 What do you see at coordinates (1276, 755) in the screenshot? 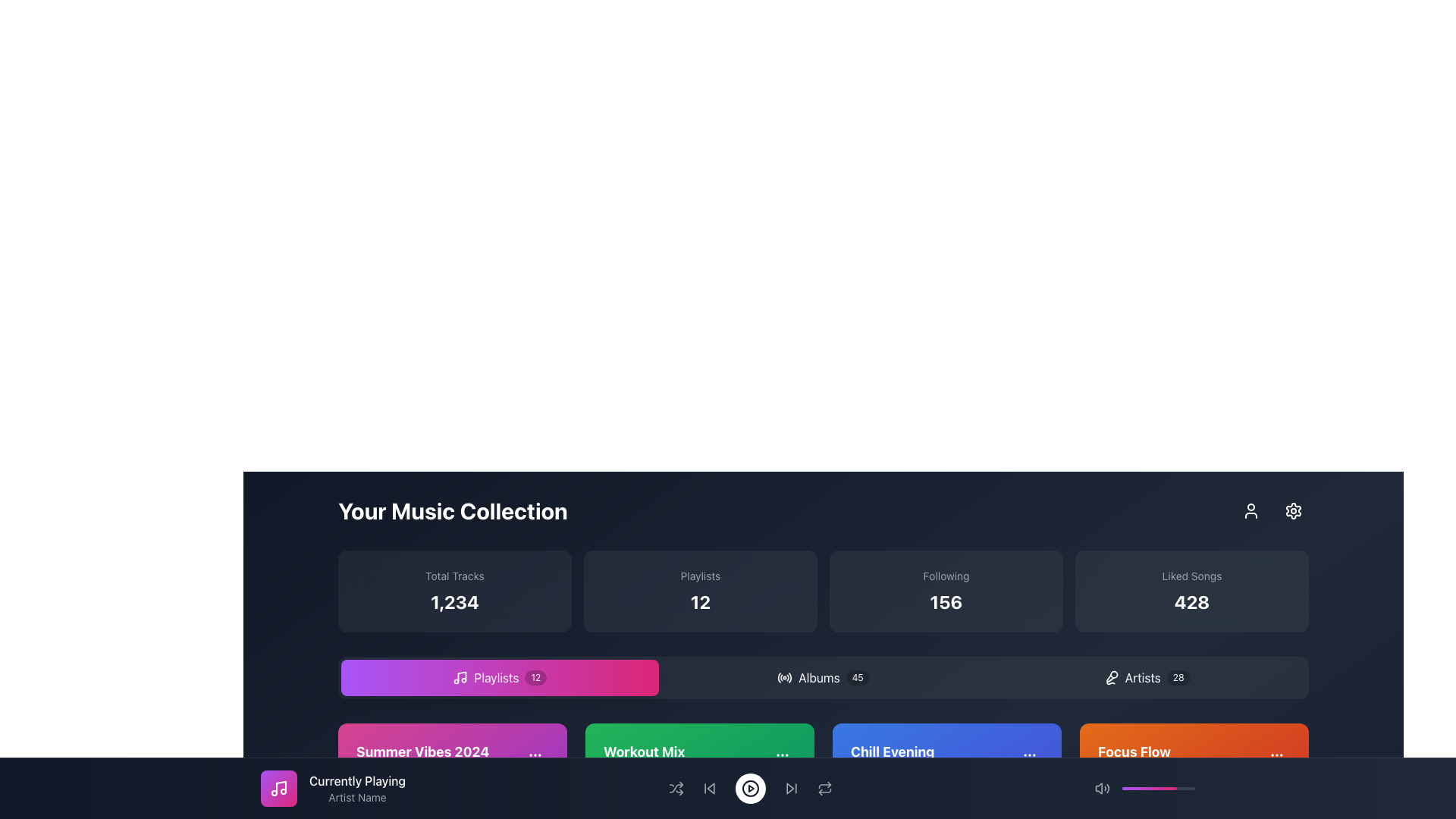
I see `the central dot of the ellipsis icon, which is part of a menu control system` at bounding box center [1276, 755].